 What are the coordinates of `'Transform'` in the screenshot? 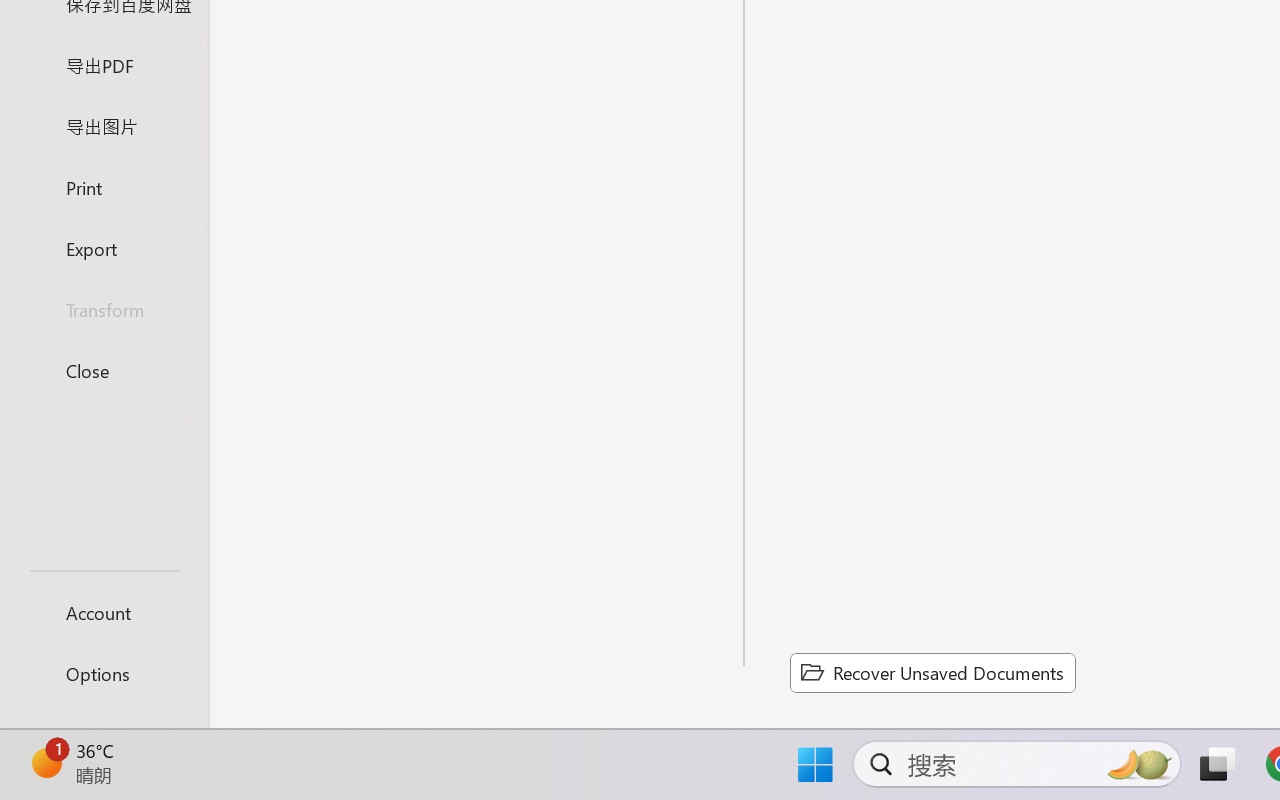 It's located at (103, 308).